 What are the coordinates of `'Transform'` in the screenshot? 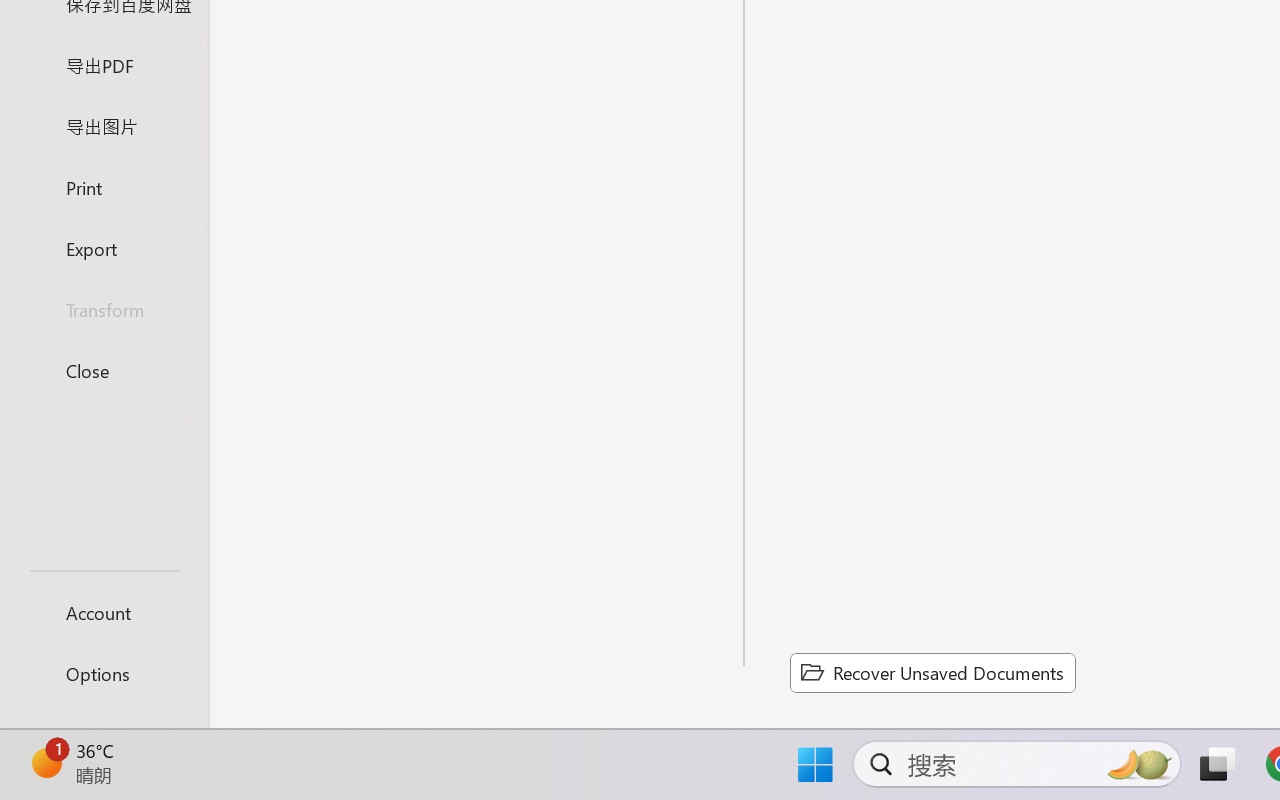 It's located at (103, 308).